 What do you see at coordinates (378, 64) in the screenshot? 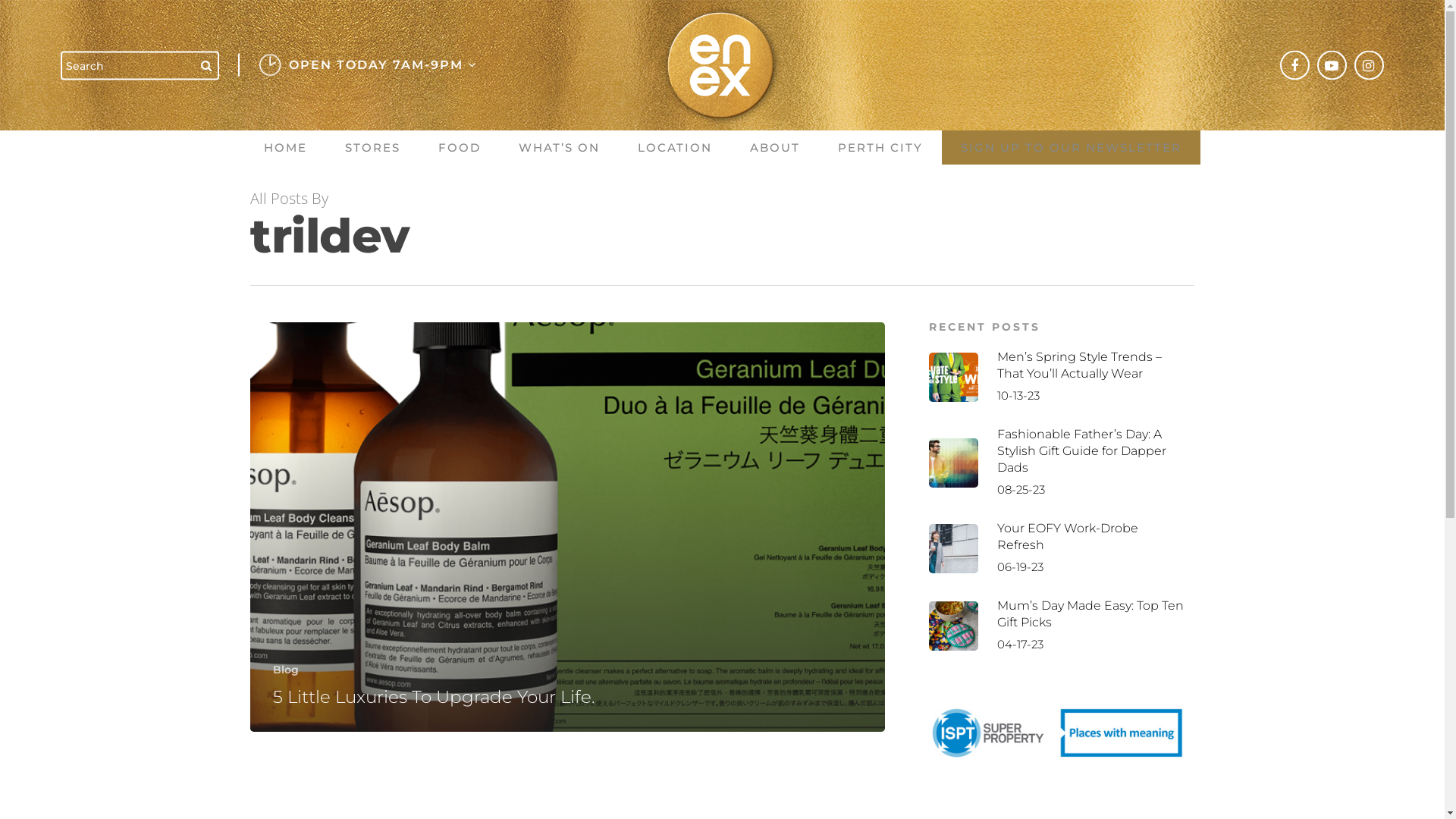
I see `'OPEN TODAY 7AM-9PM'` at bounding box center [378, 64].